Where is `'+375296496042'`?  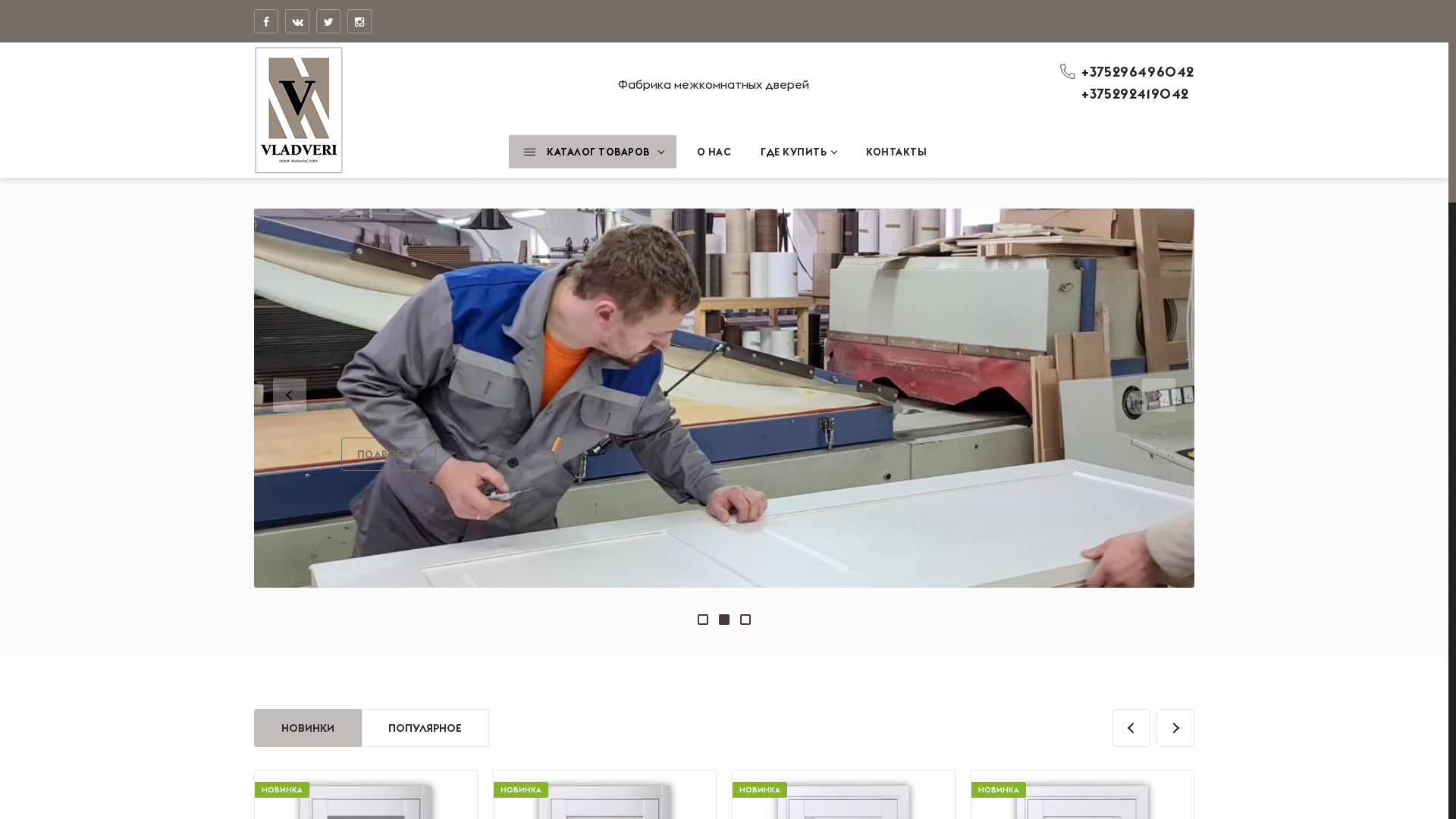
'+375296496042' is located at coordinates (1137, 71).